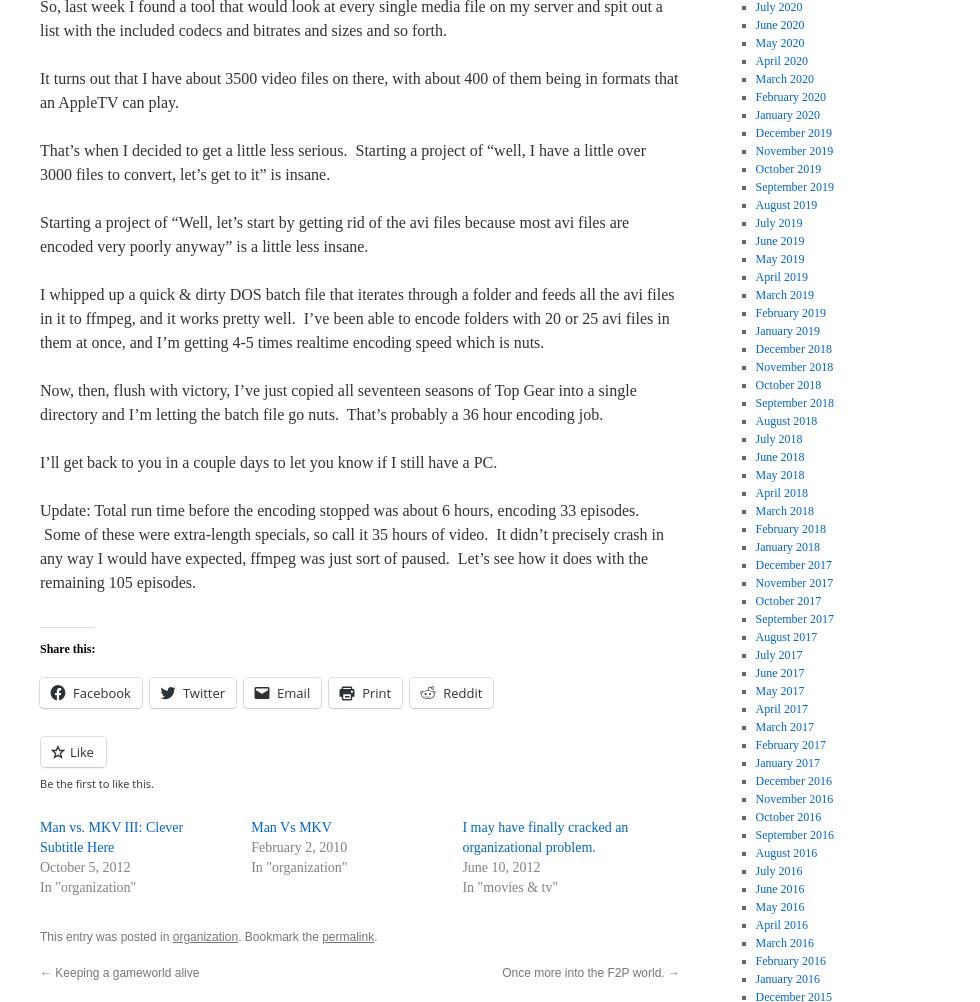 This screenshot has height=1002, width=980. I want to click on 'October 2017', so click(788, 599).